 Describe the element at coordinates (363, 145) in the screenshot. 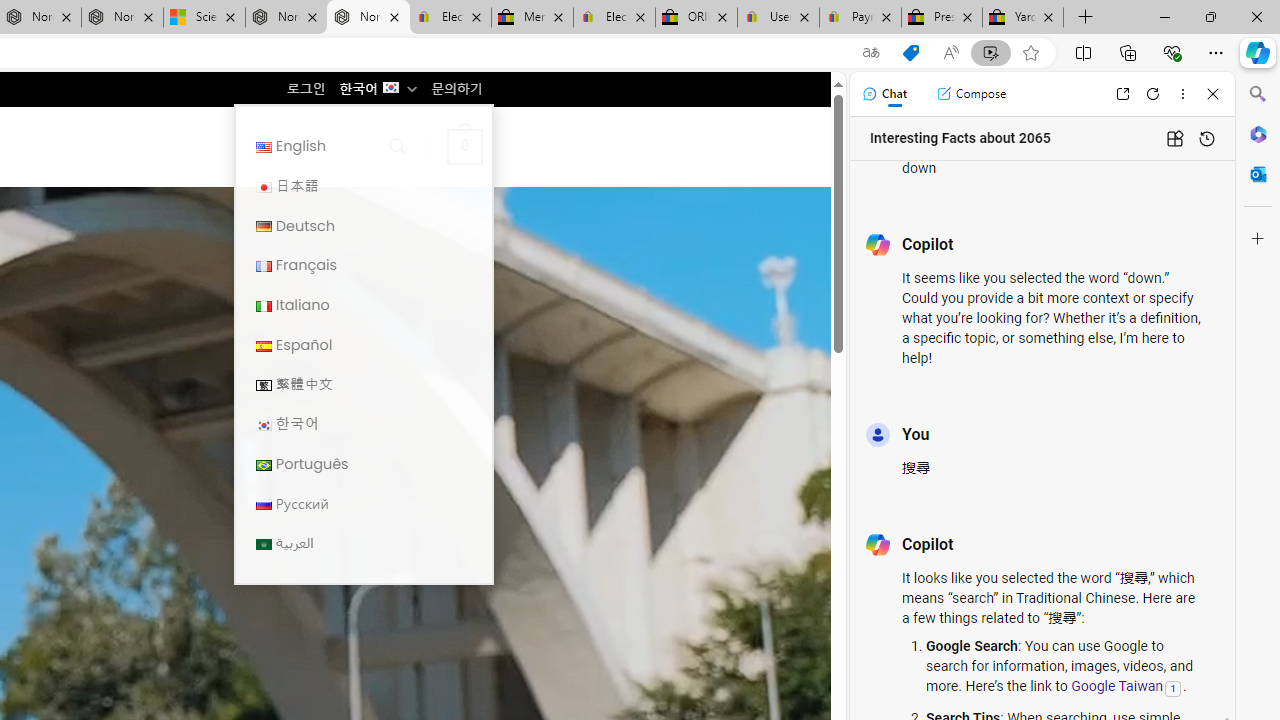

I see `' English'` at that location.